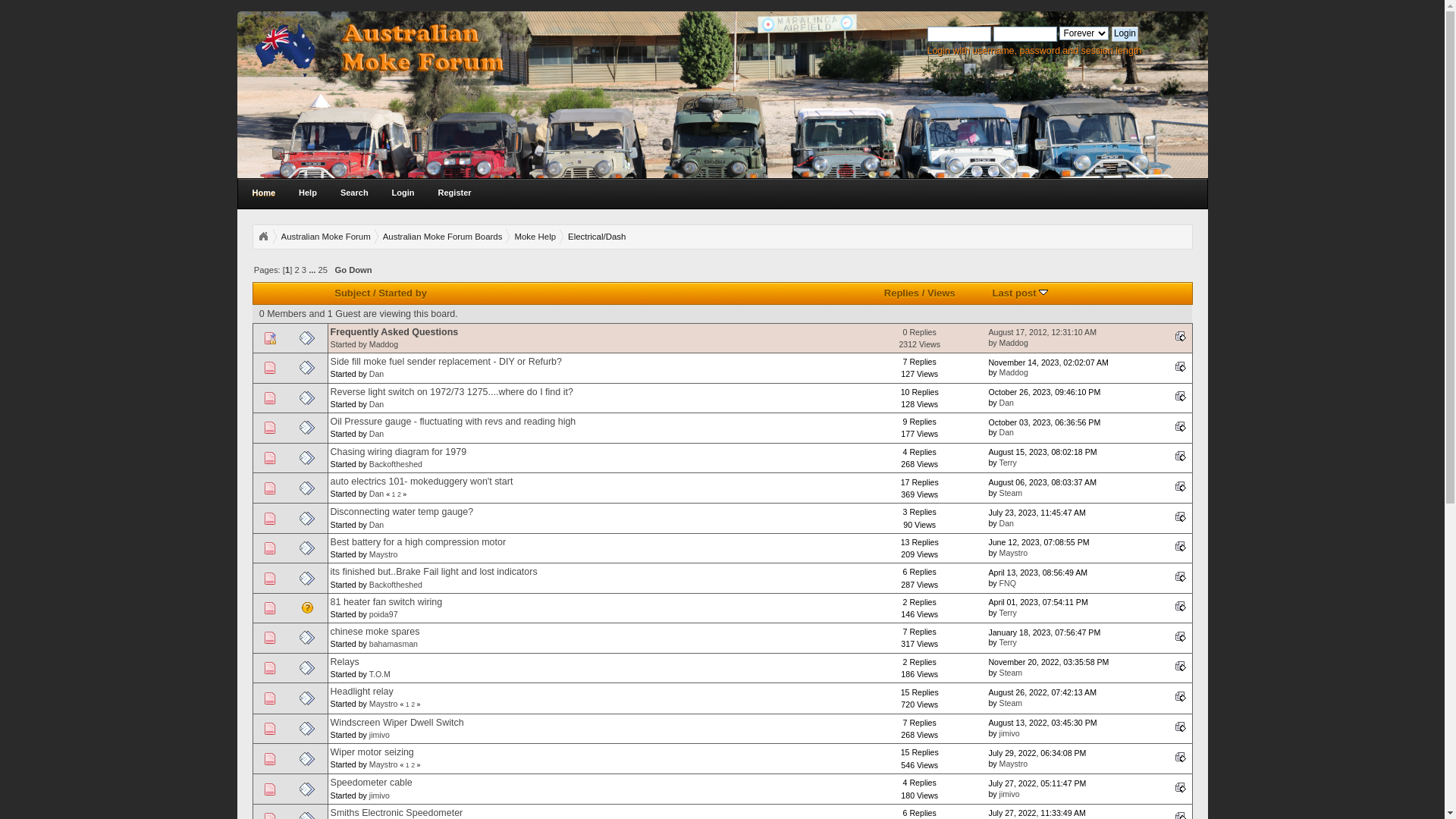 The width and height of the screenshot is (1456, 819). I want to click on 'auto electrics 101- mokeduggery won't start', so click(422, 482).